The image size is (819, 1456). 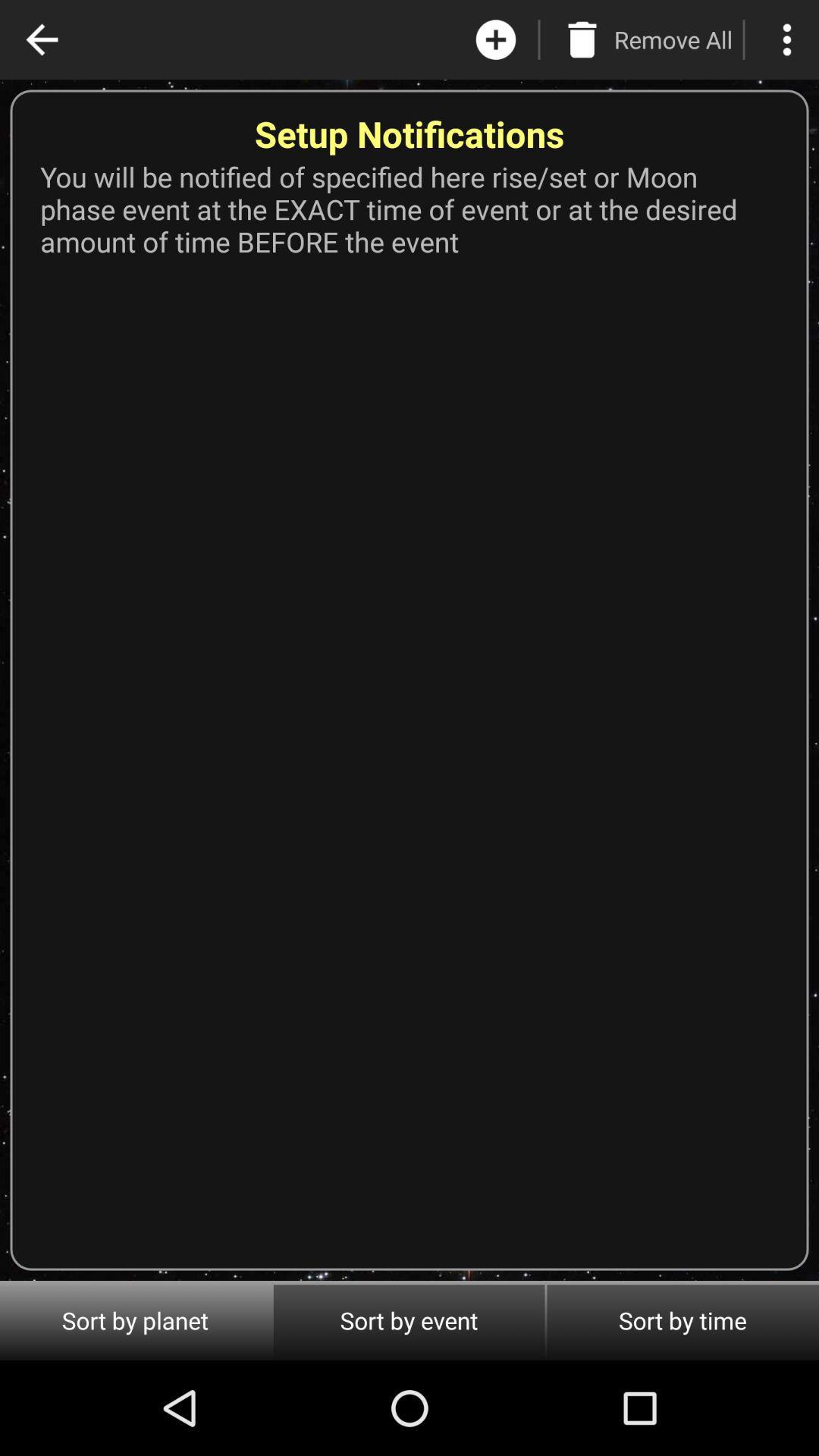 I want to click on delete/trash option, so click(x=581, y=39).